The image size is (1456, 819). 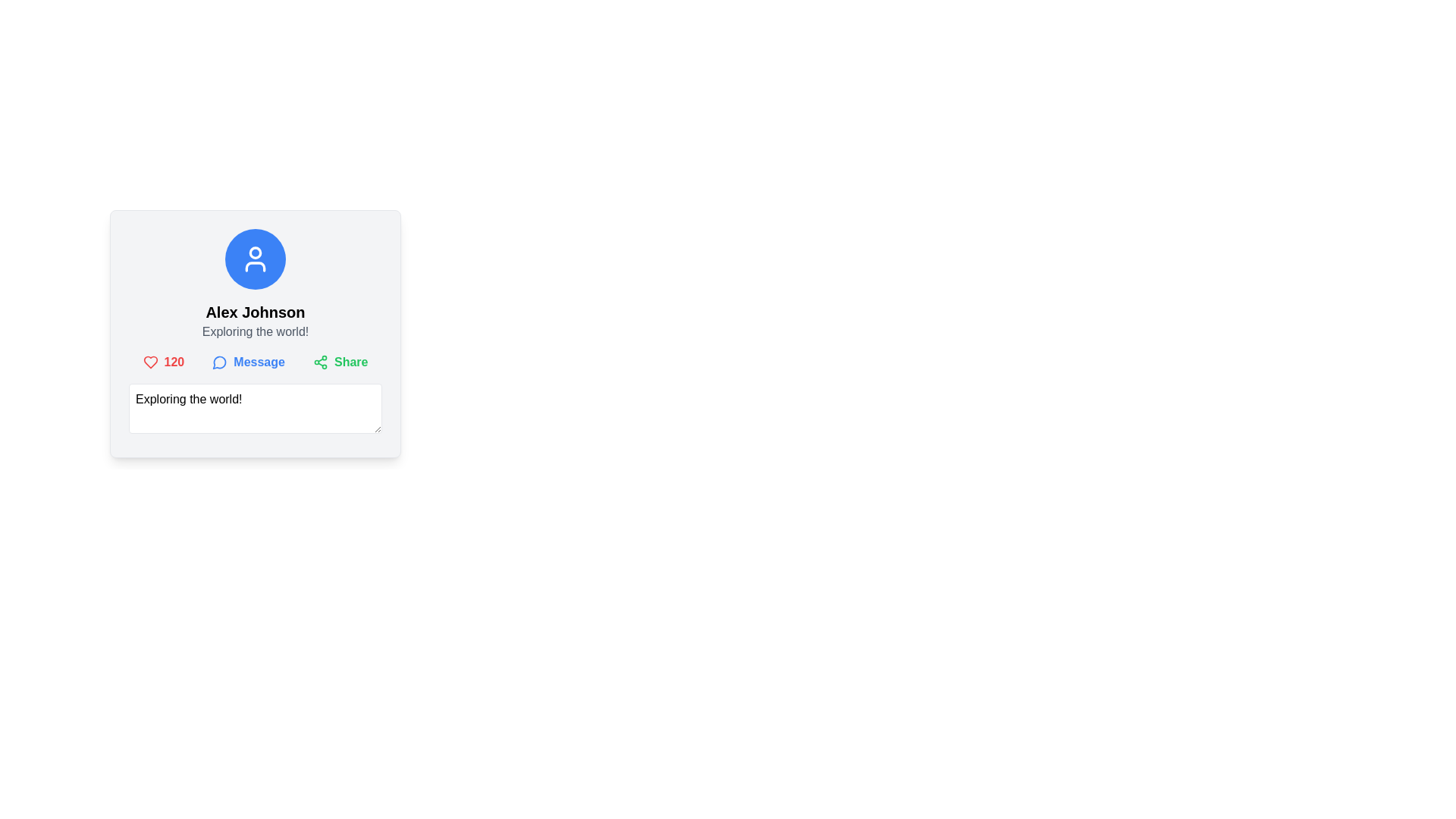 I want to click on the text display element that shows 'Exploring the world!' positioned beneath 'Alex Johnson', so click(x=255, y=331).